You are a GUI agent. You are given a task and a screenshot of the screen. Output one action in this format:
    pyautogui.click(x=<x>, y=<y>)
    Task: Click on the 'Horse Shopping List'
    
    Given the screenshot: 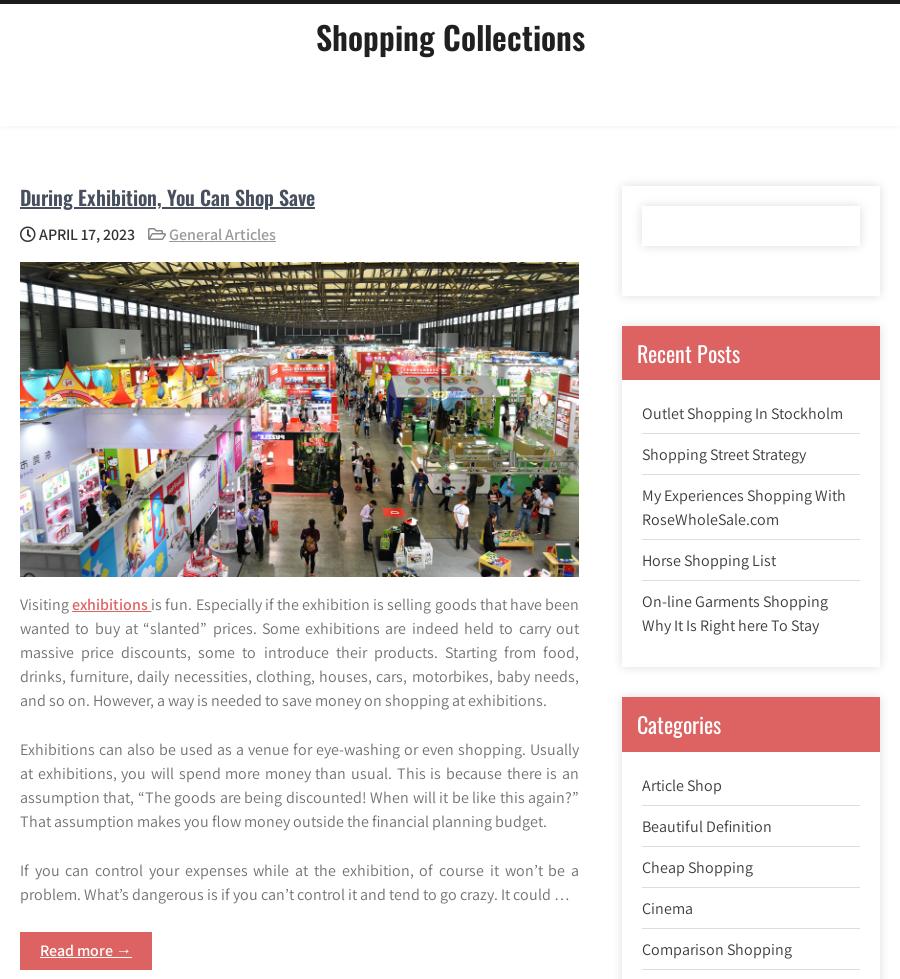 What is the action you would take?
    pyautogui.click(x=641, y=559)
    